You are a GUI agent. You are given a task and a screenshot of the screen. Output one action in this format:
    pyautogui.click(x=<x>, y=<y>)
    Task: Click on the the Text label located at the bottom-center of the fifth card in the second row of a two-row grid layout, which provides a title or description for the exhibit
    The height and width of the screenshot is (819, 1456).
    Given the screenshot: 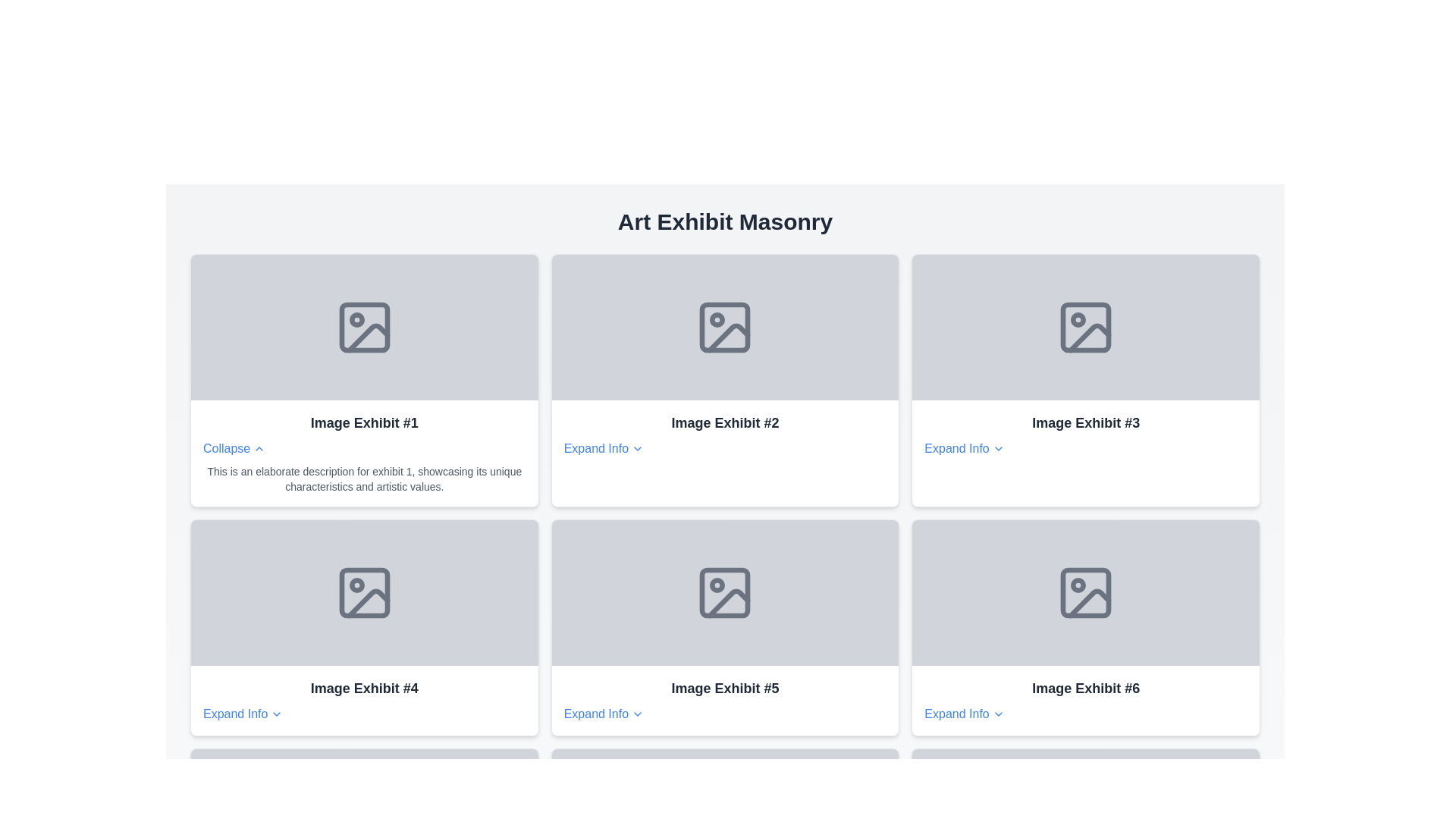 What is the action you would take?
    pyautogui.click(x=724, y=688)
    